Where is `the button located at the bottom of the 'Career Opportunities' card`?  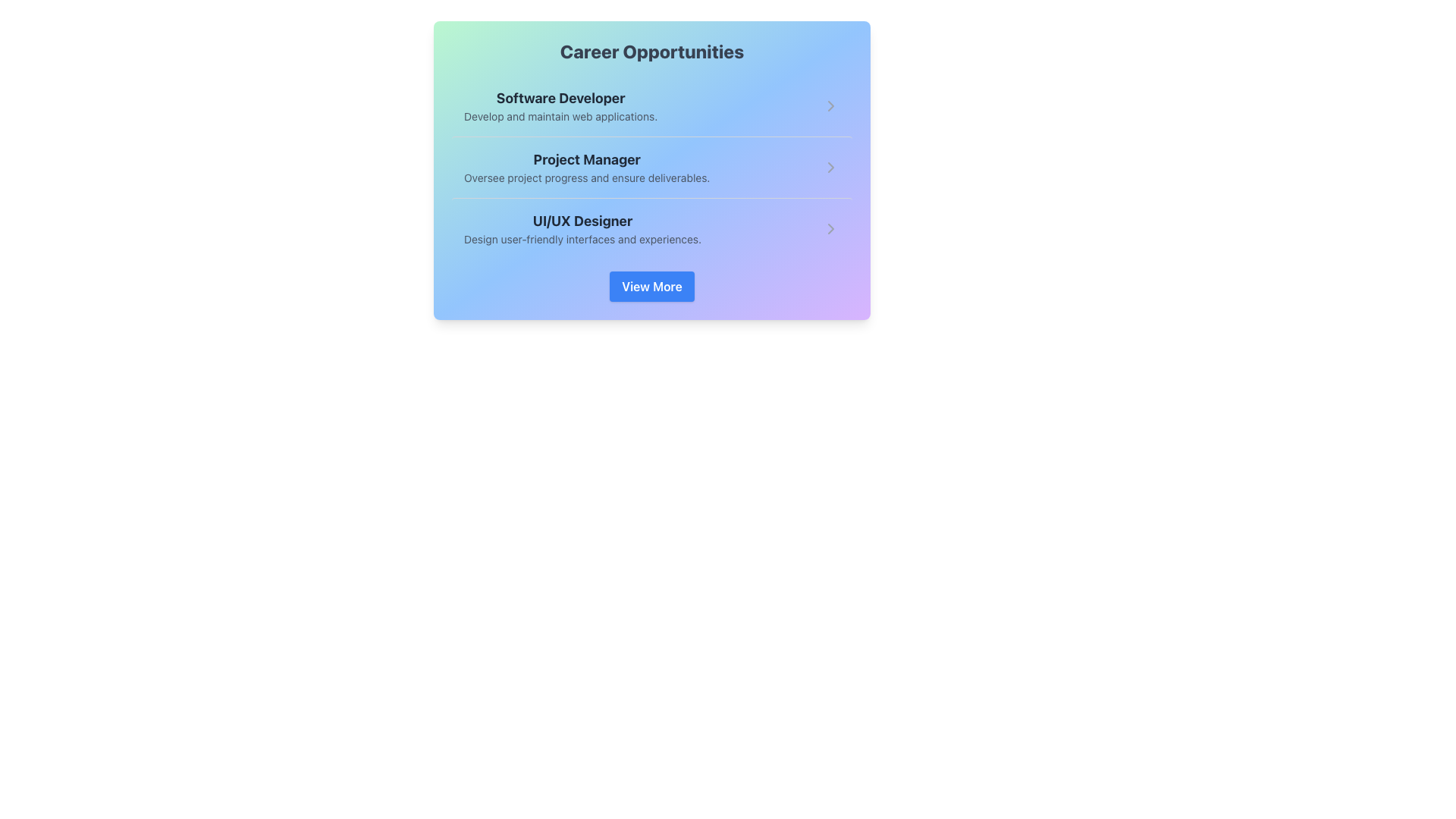
the button located at the bottom of the 'Career Opportunities' card is located at coordinates (651, 287).